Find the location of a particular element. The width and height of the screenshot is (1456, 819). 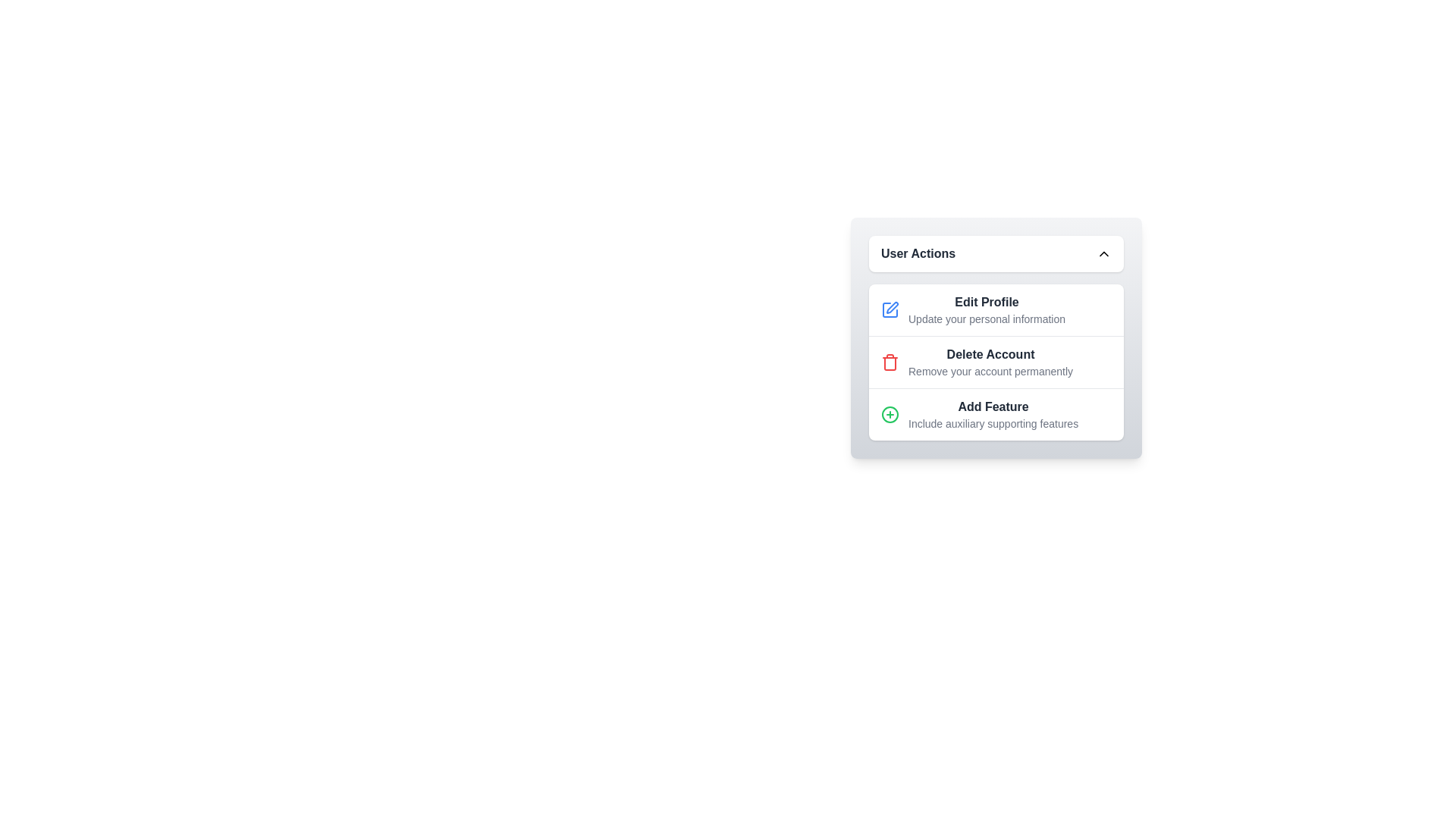

the 'Edit Profile' text element, which is the first item in the 'User Actions' list and includes a blue pencil icon to its left is located at coordinates (987, 309).